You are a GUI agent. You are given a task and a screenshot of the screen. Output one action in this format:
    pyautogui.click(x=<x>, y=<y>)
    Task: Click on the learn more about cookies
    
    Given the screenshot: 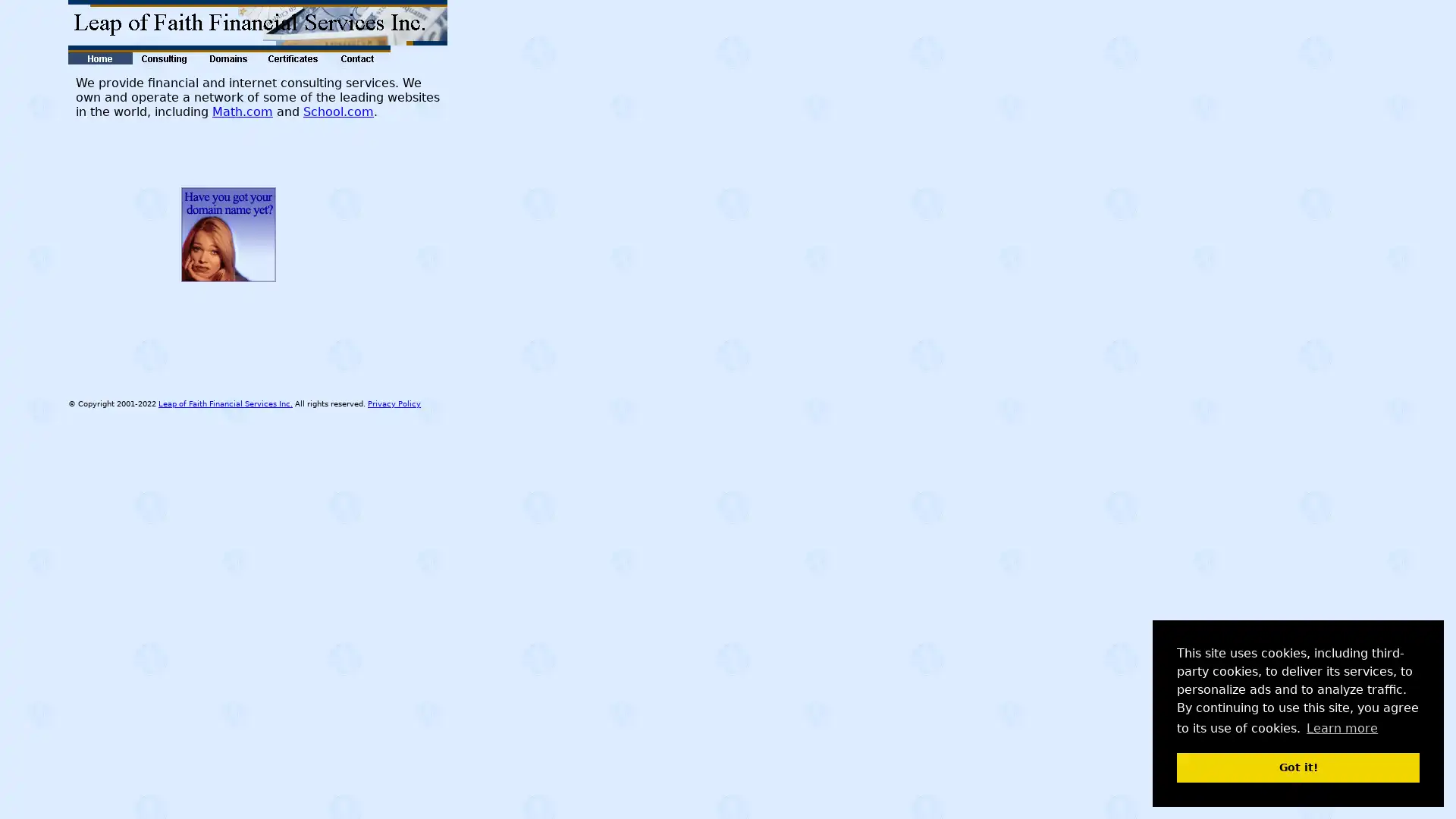 What is the action you would take?
    pyautogui.click(x=1342, y=727)
    